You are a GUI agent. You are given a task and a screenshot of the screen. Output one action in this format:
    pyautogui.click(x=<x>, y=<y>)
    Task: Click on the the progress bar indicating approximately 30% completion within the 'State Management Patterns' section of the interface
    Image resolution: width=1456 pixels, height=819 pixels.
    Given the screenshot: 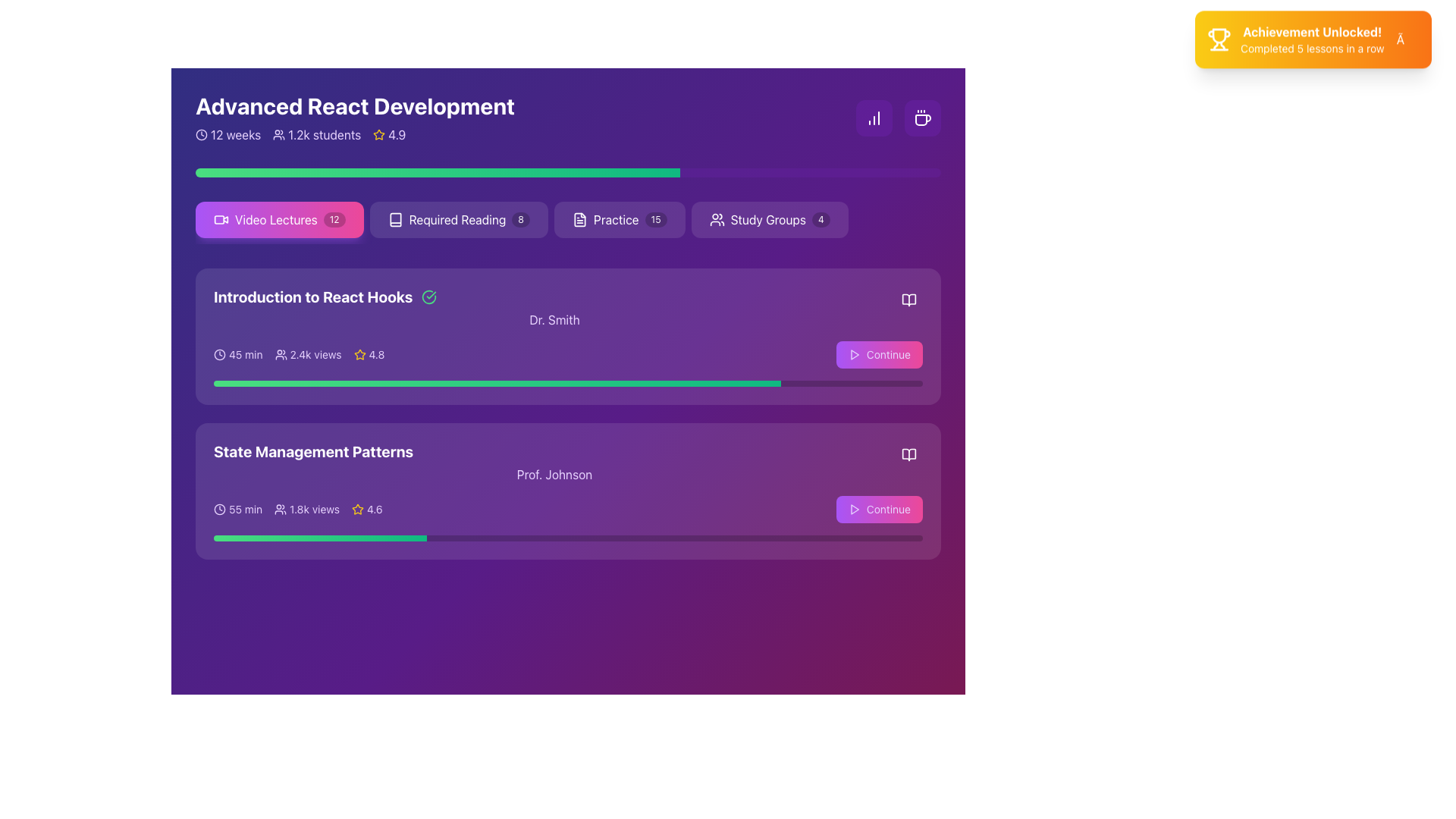 What is the action you would take?
    pyautogui.click(x=319, y=537)
    